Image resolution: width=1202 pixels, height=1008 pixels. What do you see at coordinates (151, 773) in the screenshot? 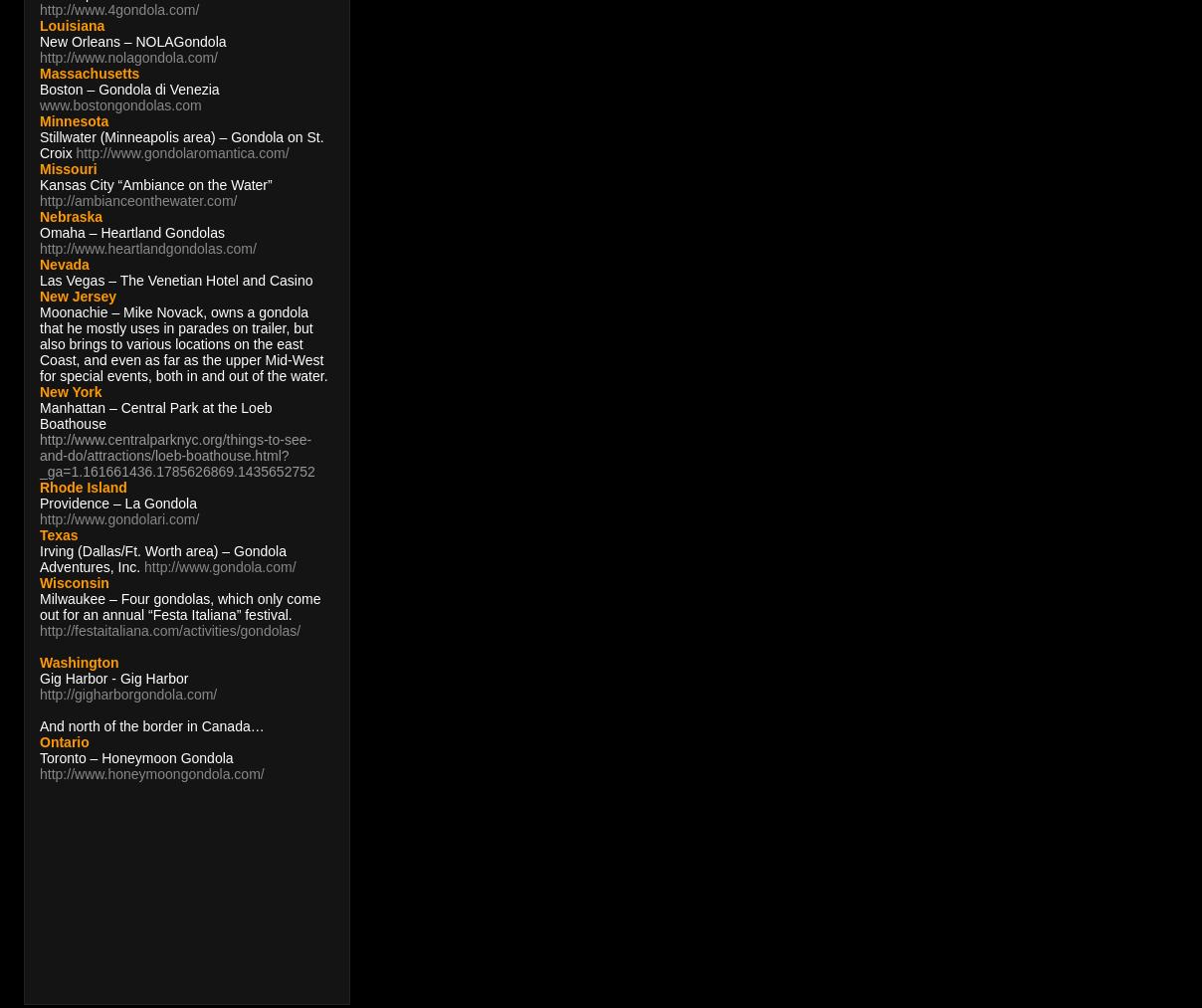
I see `'http://www.honeymoongondola.com/'` at bounding box center [151, 773].